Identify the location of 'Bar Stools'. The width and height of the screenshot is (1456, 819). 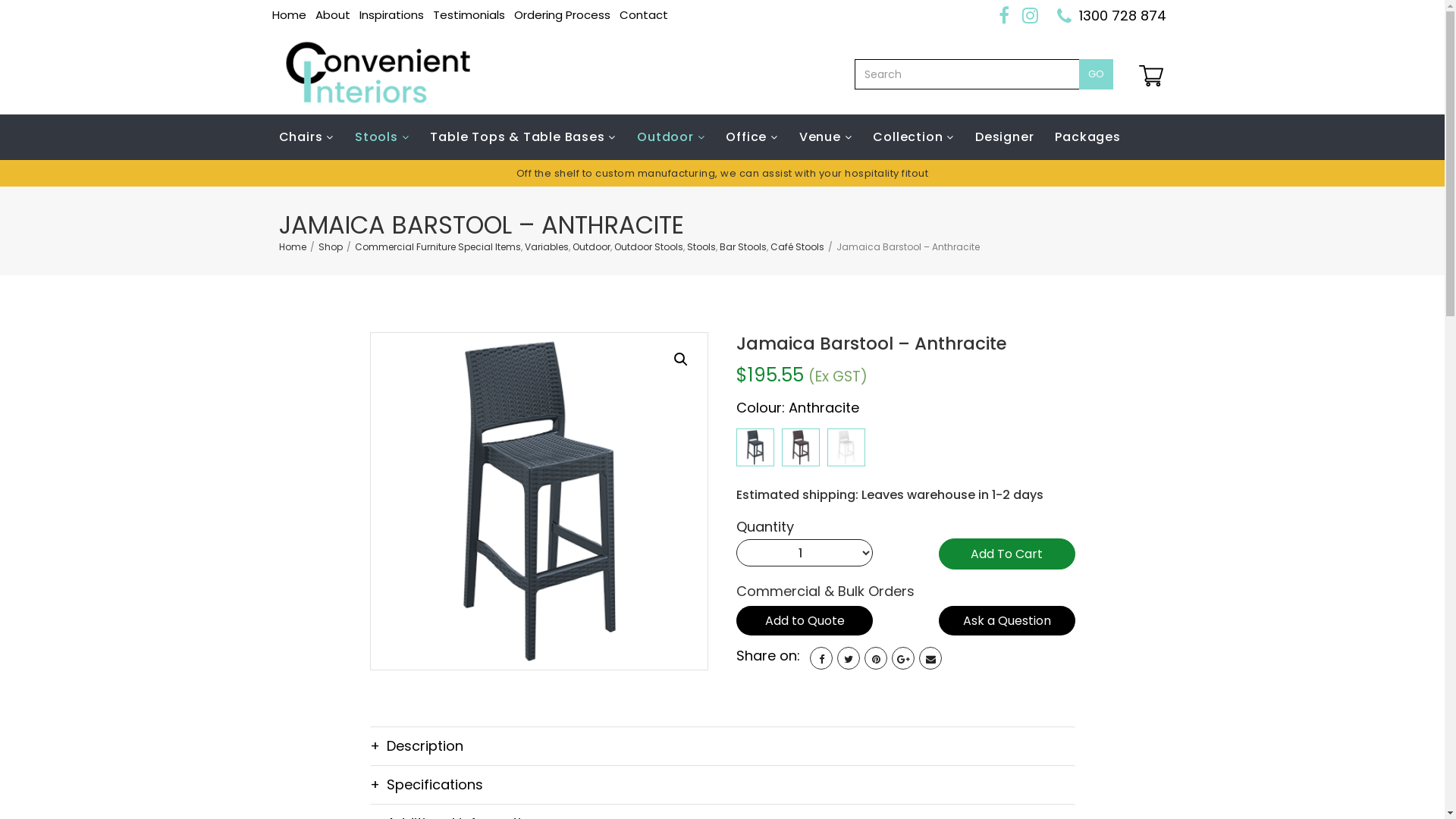
(742, 246).